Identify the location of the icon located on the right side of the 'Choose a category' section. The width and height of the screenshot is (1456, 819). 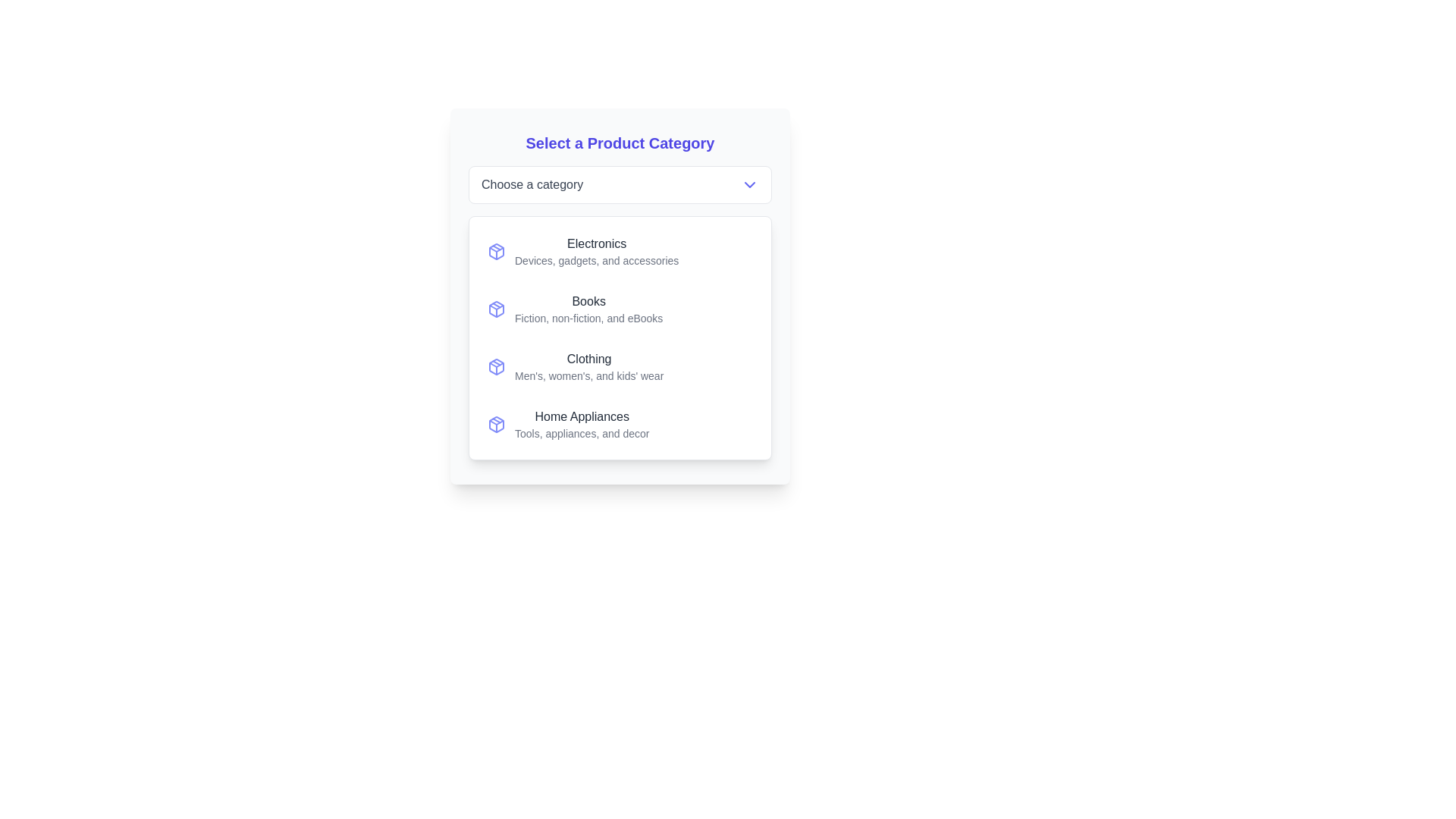
(749, 184).